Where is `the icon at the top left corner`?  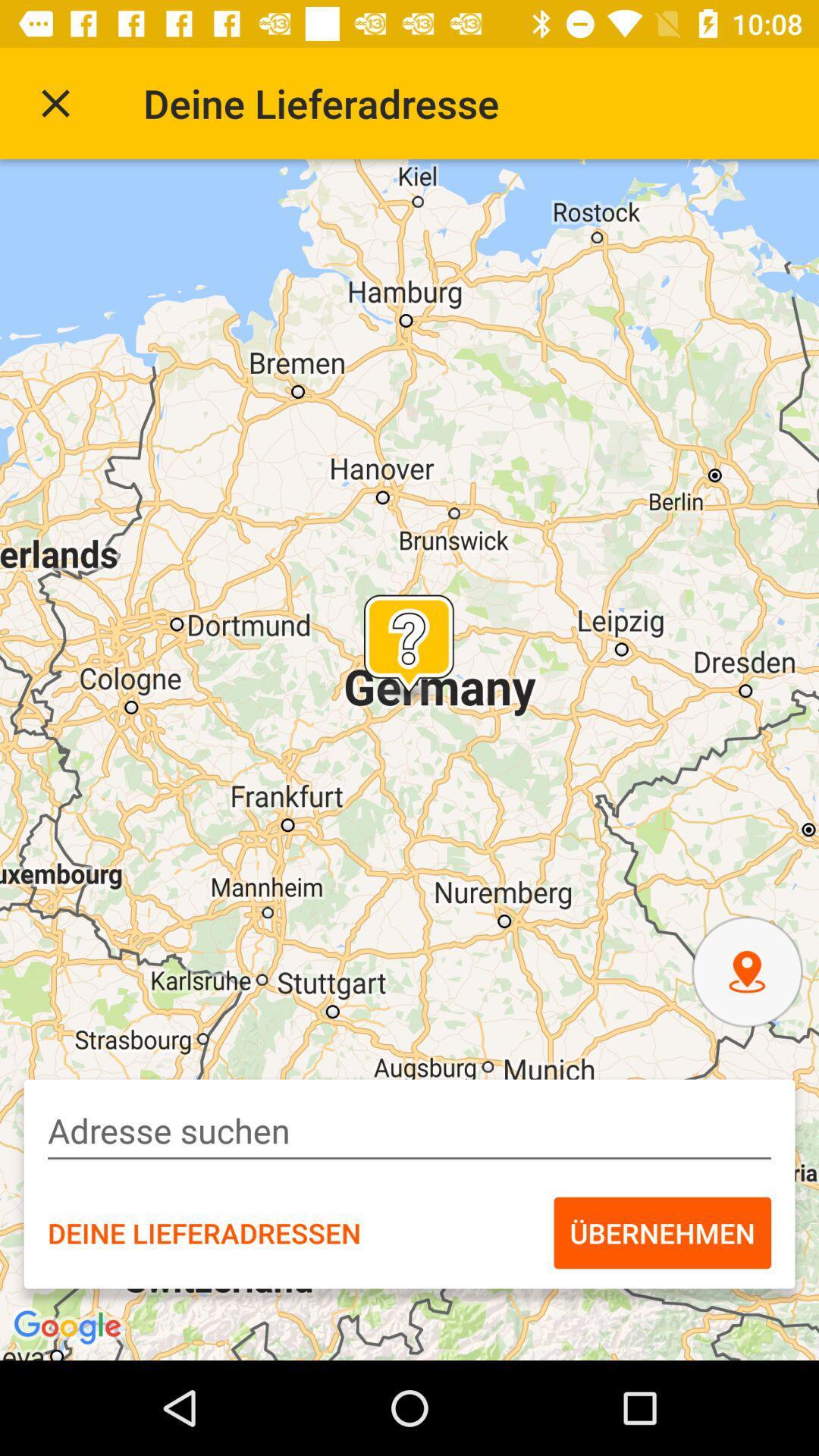 the icon at the top left corner is located at coordinates (55, 102).